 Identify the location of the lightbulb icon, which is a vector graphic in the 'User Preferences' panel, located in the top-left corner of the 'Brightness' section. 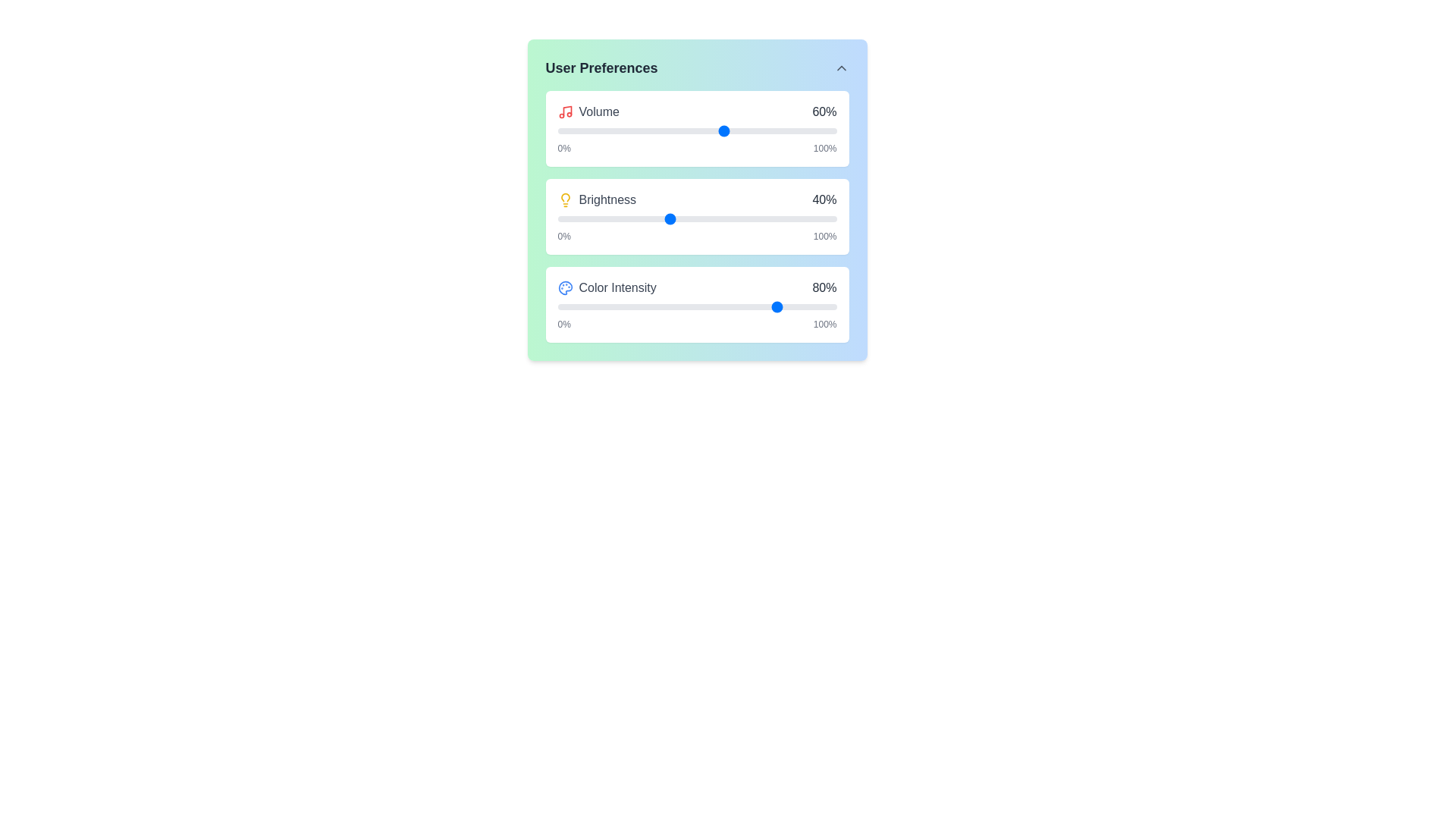
(564, 196).